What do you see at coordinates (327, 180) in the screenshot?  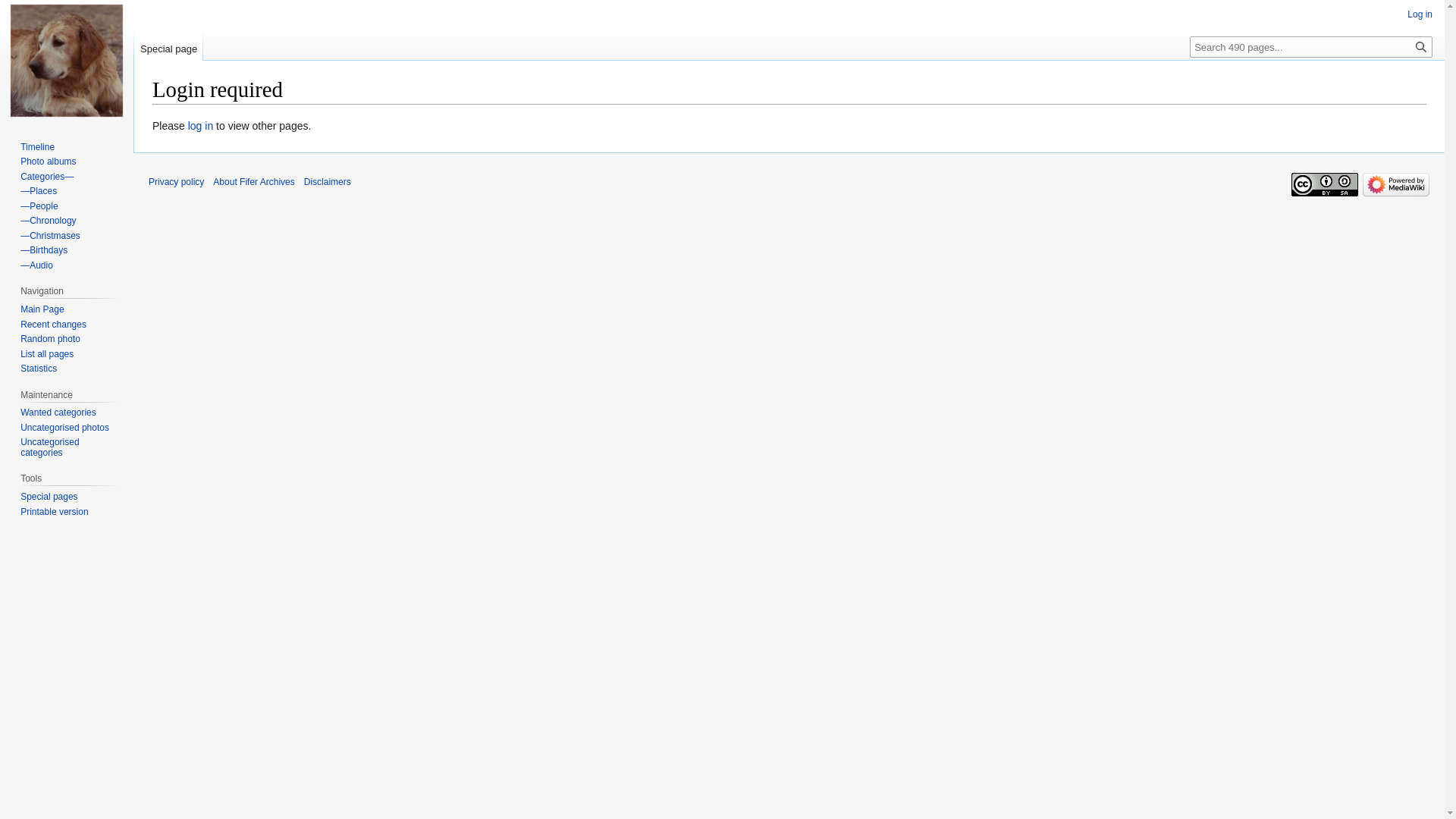 I see `'Disclaimers'` at bounding box center [327, 180].